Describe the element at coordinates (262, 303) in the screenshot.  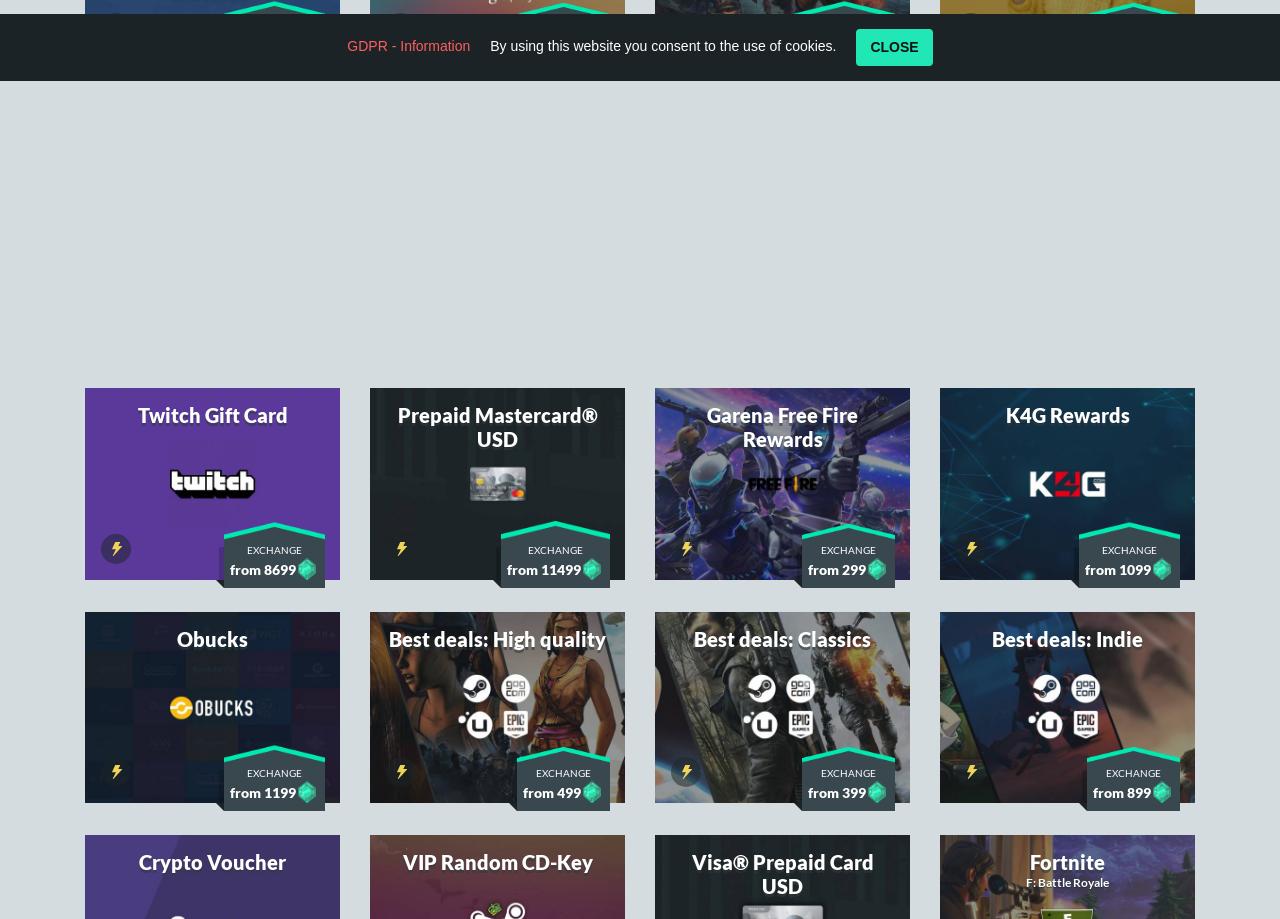
I see `'from 8699'` at that location.